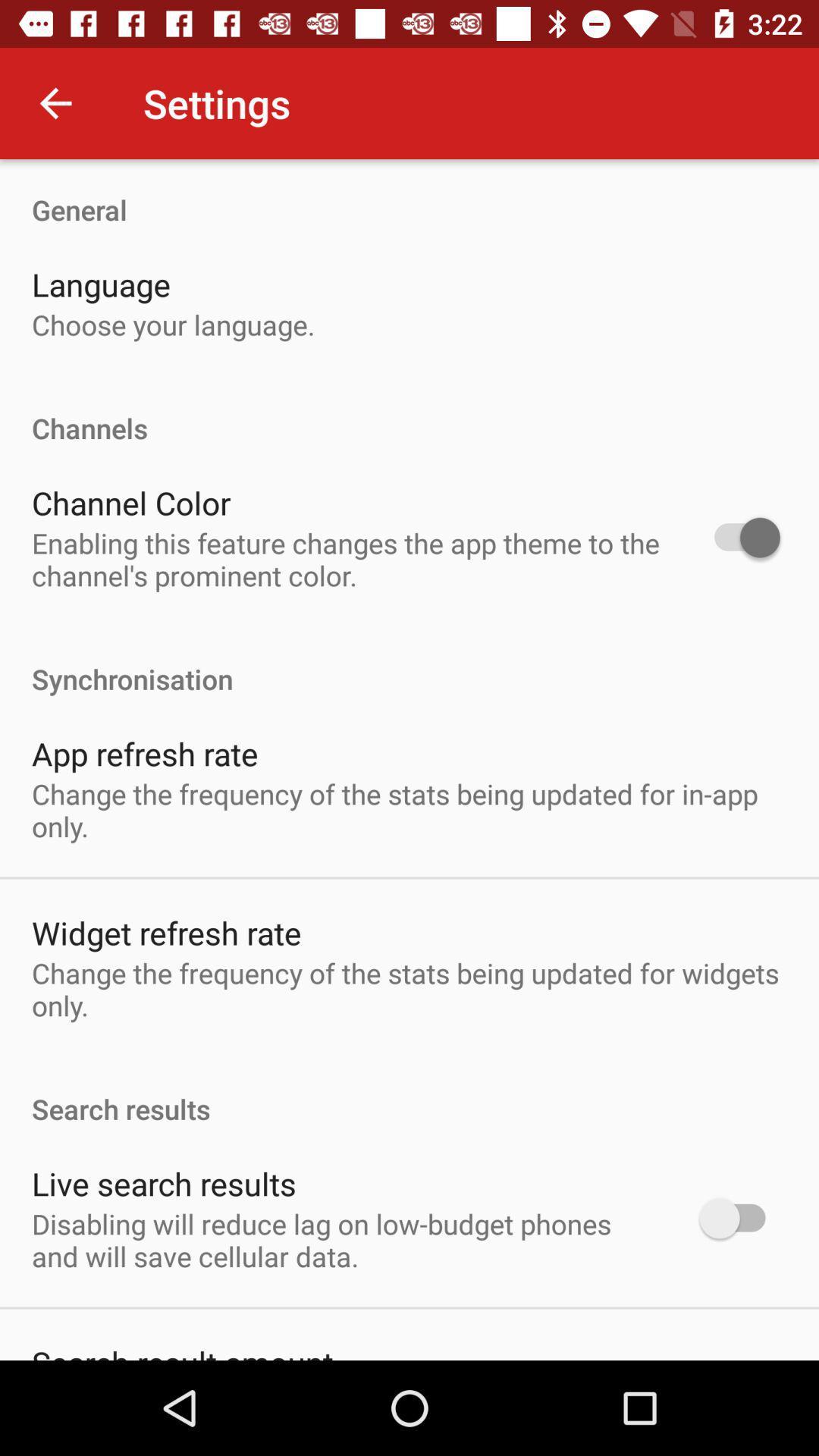 The width and height of the screenshot is (819, 1456). I want to click on the icon below the language item, so click(172, 324).